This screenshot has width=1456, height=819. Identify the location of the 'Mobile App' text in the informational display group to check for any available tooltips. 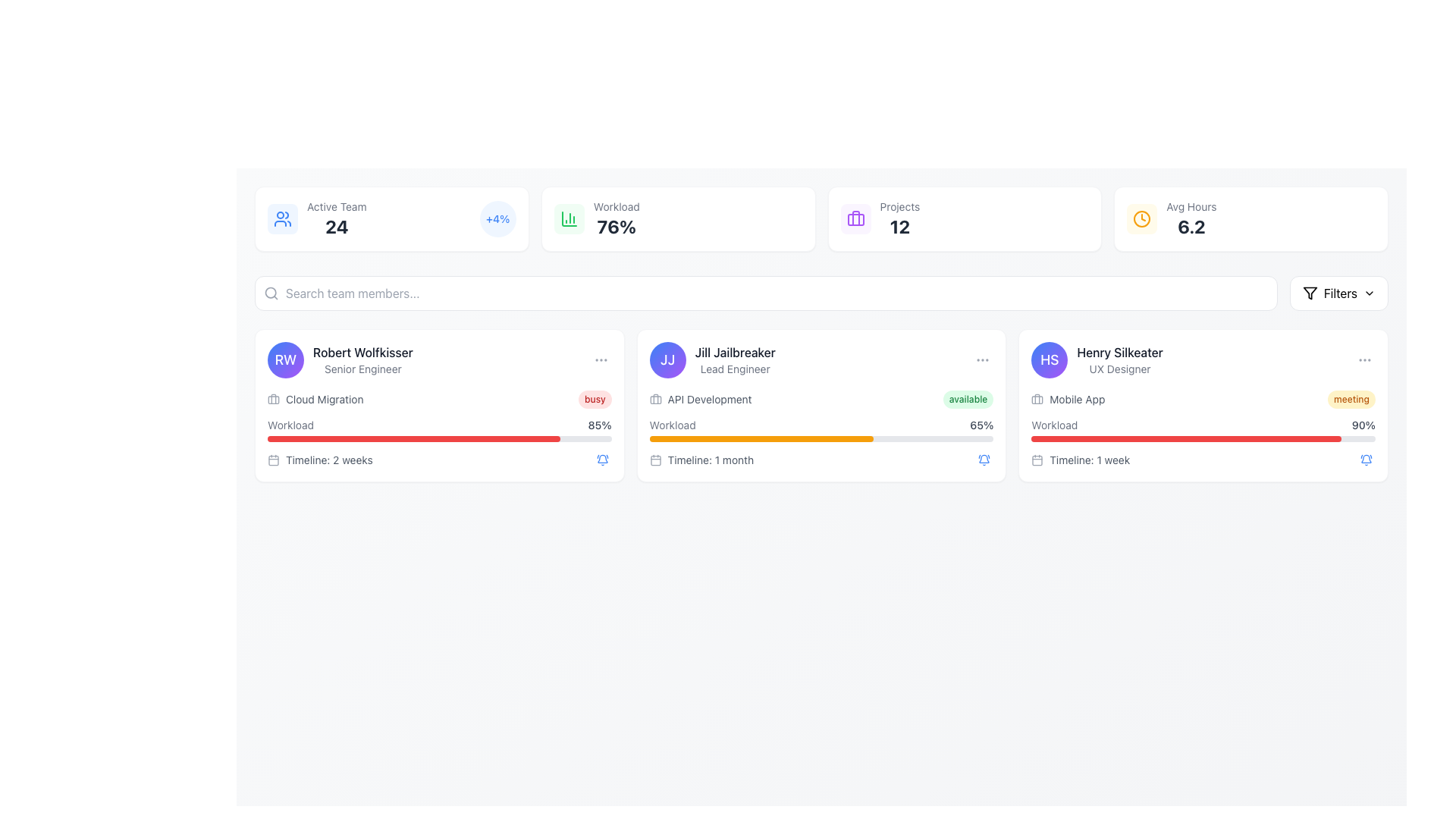
(1203, 430).